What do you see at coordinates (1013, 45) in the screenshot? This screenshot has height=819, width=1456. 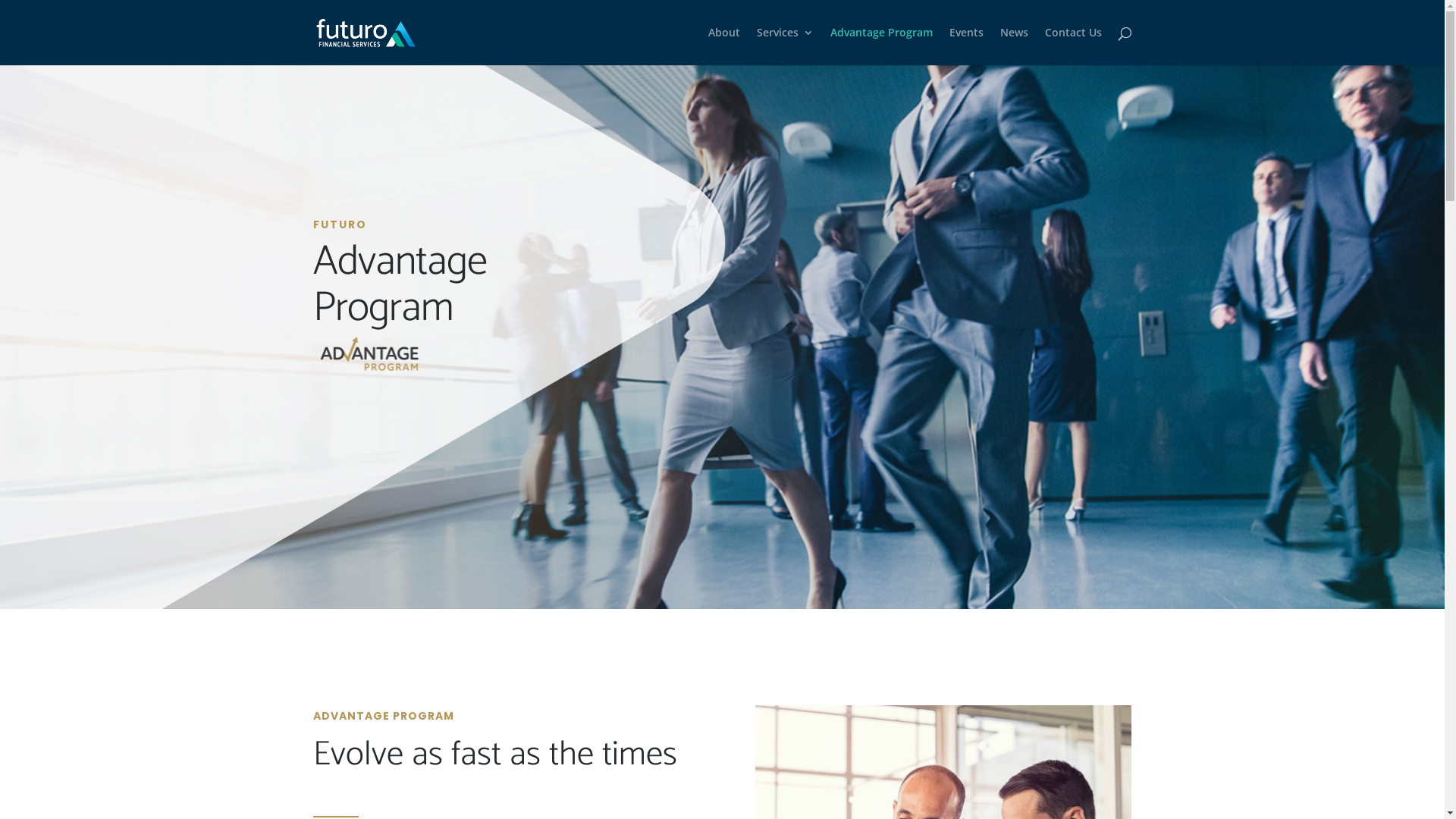 I see `'News'` at bounding box center [1013, 45].